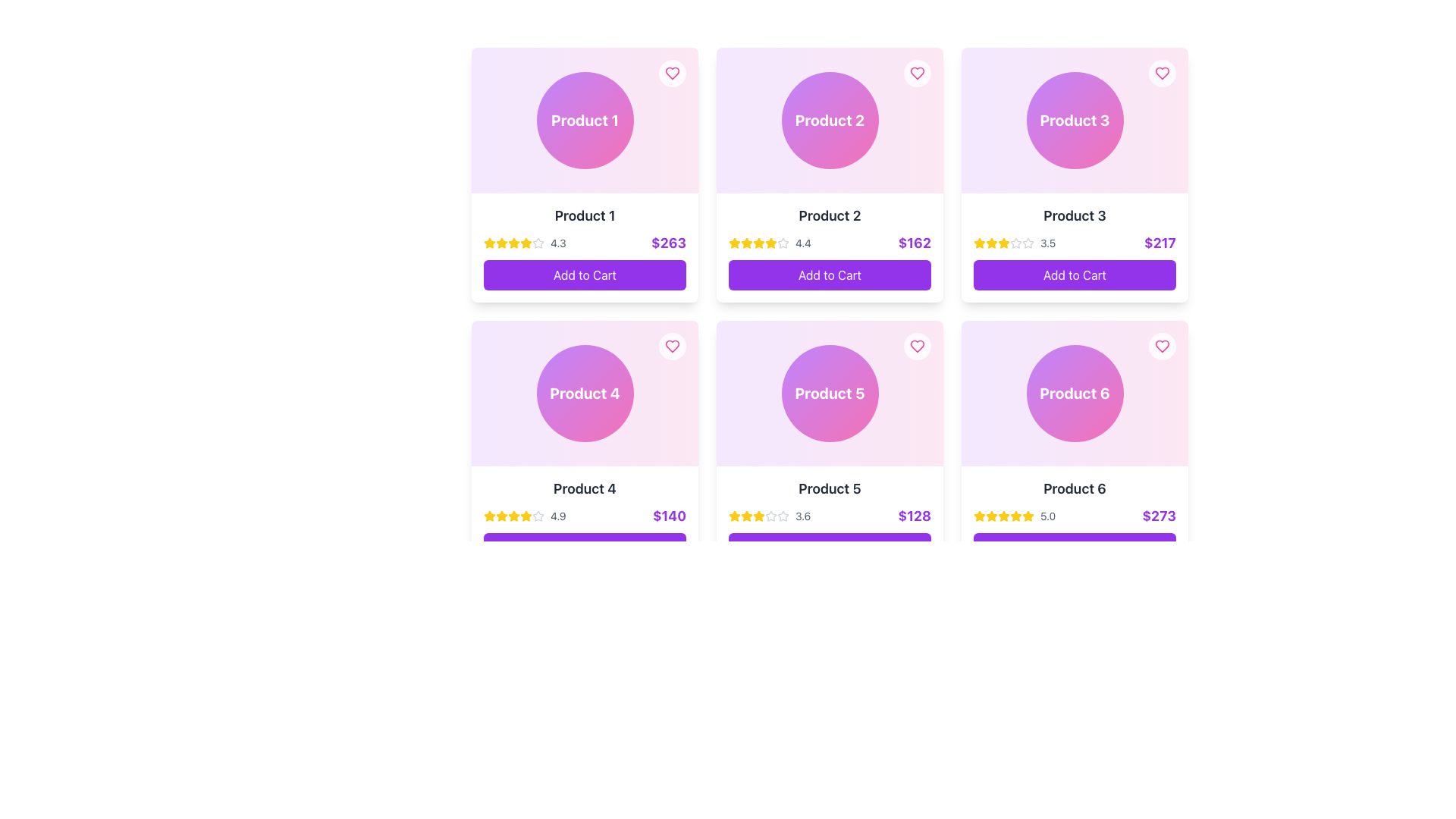  Describe the element at coordinates (1004, 515) in the screenshot. I see `the filled yellow star icon located in the bottom-center section of the Product 6 card, to the left of the numerical rating value` at that location.